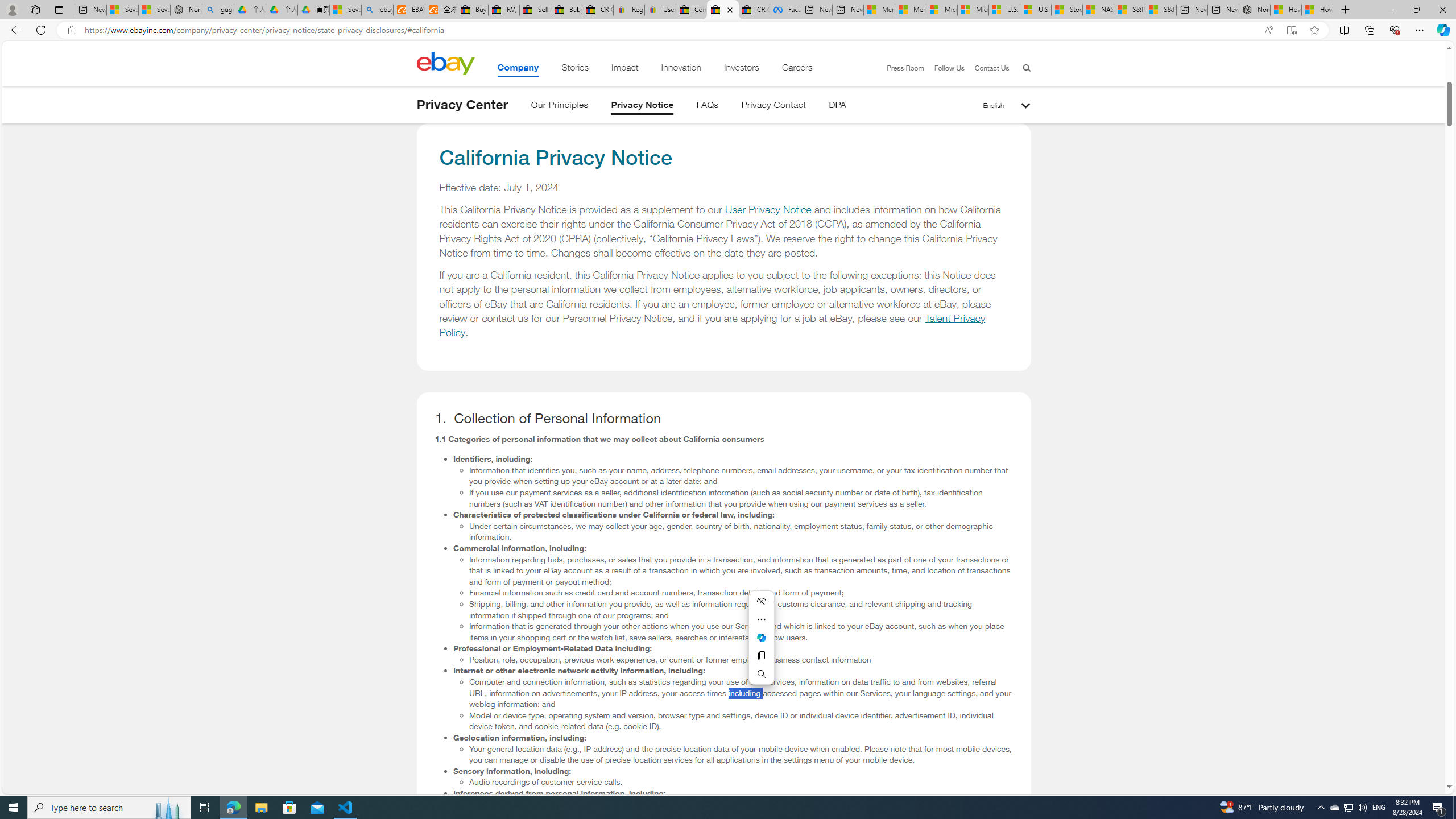  I want to click on 'How to Use a Monitor With Your Closed Laptop', so click(1317, 9).